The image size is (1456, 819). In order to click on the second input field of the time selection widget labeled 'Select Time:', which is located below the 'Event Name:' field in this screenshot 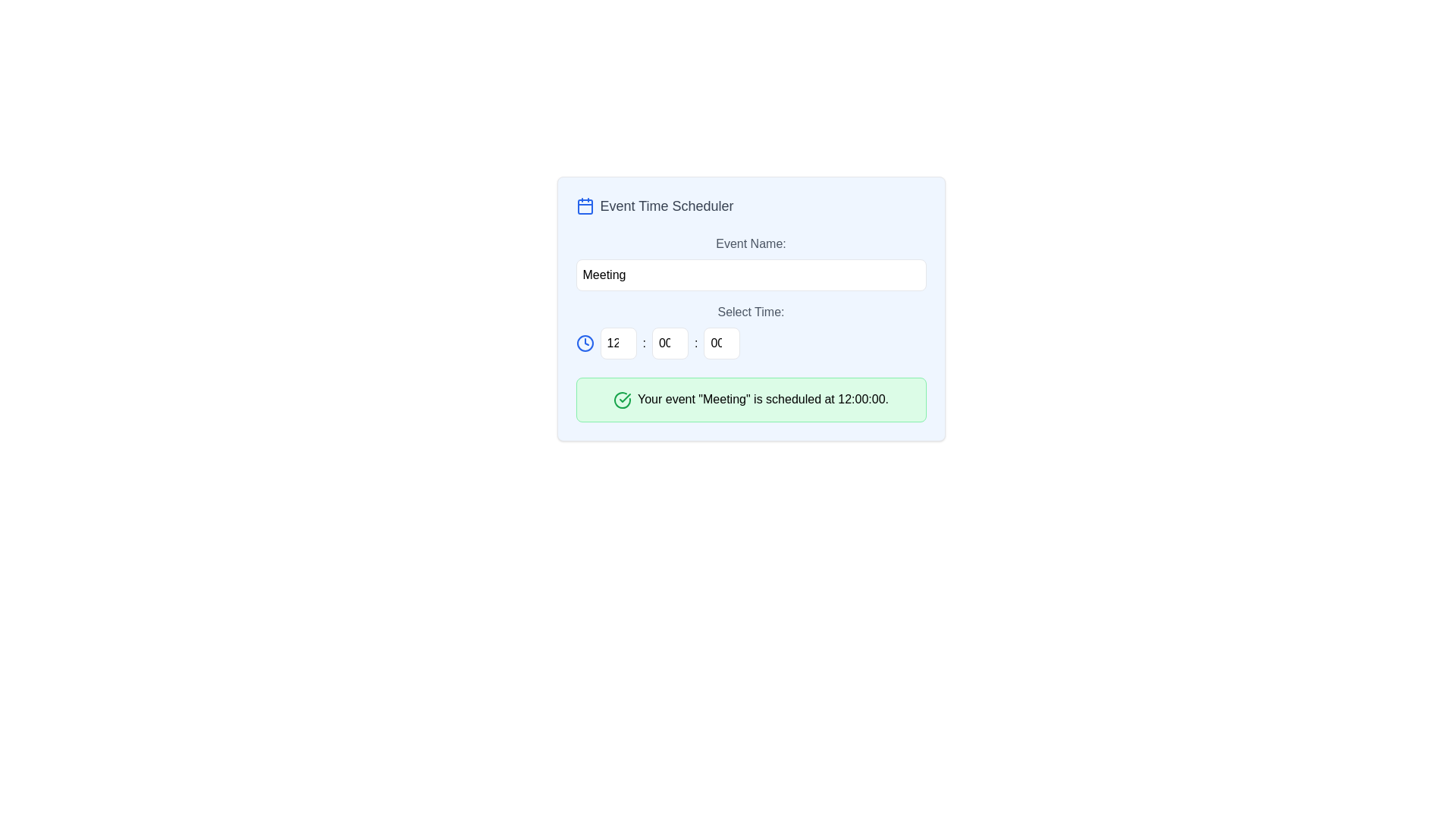, I will do `click(751, 330)`.